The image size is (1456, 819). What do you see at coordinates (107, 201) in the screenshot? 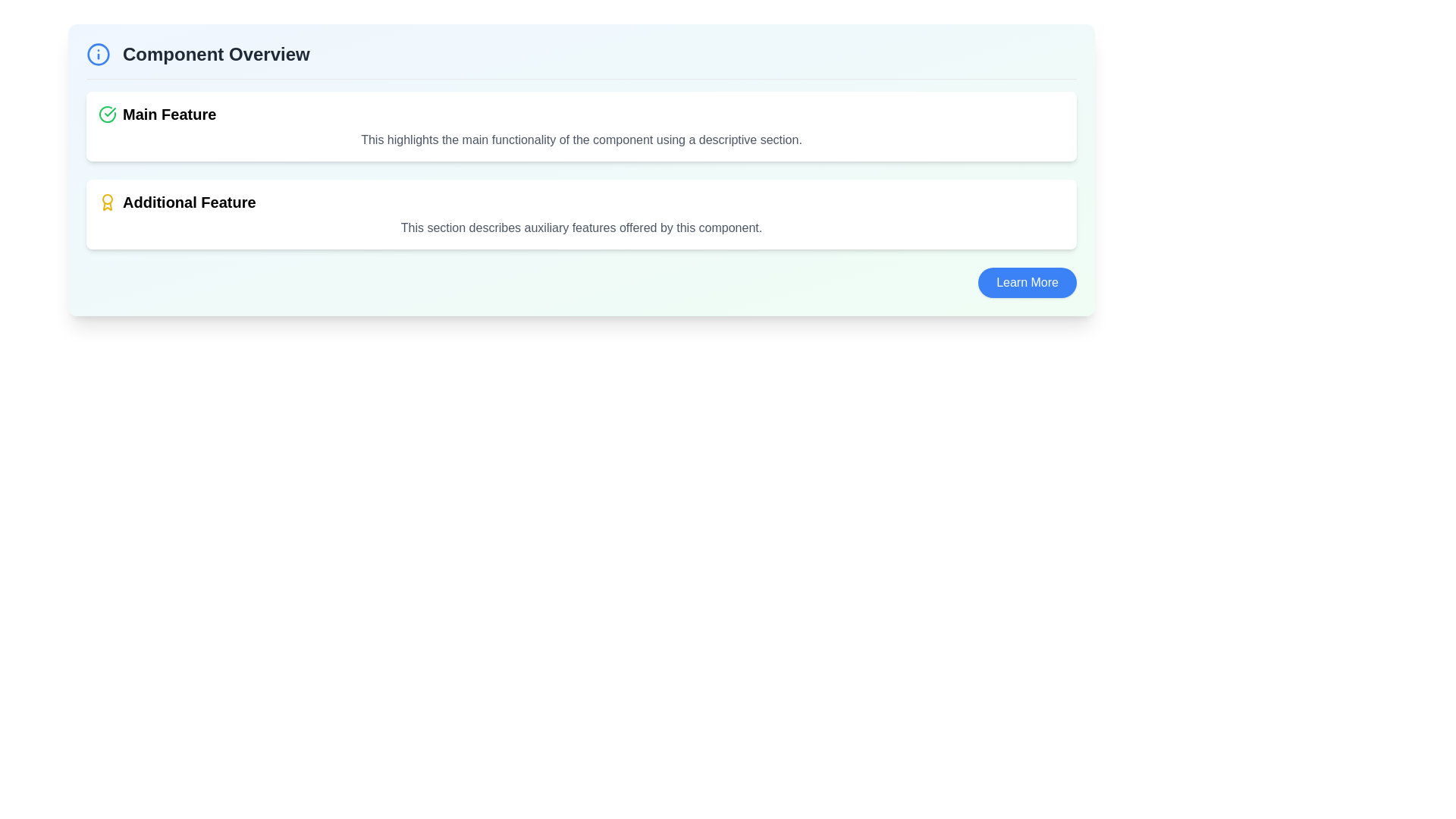
I see `the award icon located to the left of the 'Additional Feature' text in the second row of the 'Component Overview' section` at bounding box center [107, 201].